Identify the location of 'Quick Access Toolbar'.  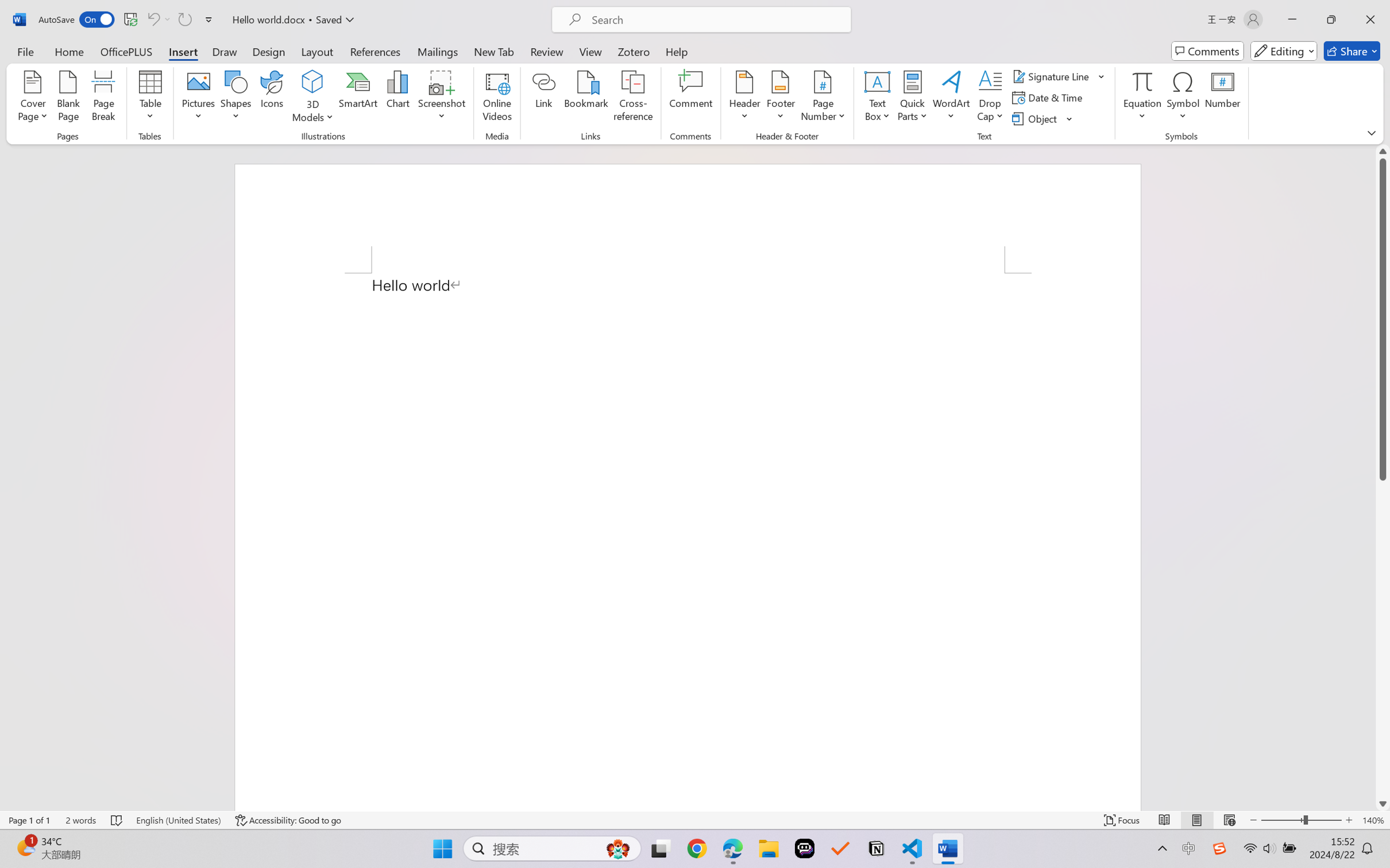
(128, 19).